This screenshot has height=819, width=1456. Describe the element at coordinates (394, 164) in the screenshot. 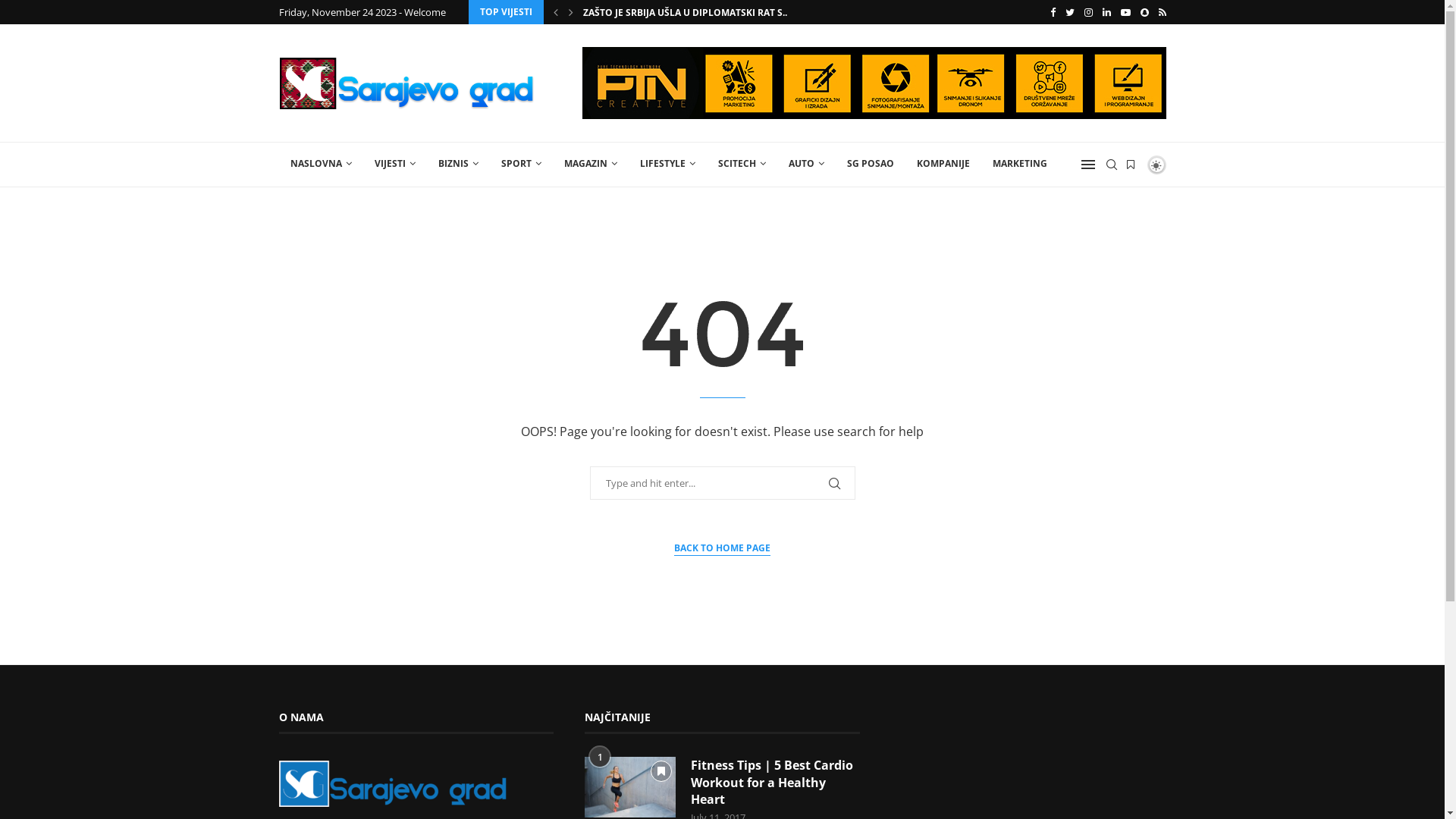

I see `'VIJESTI'` at that location.